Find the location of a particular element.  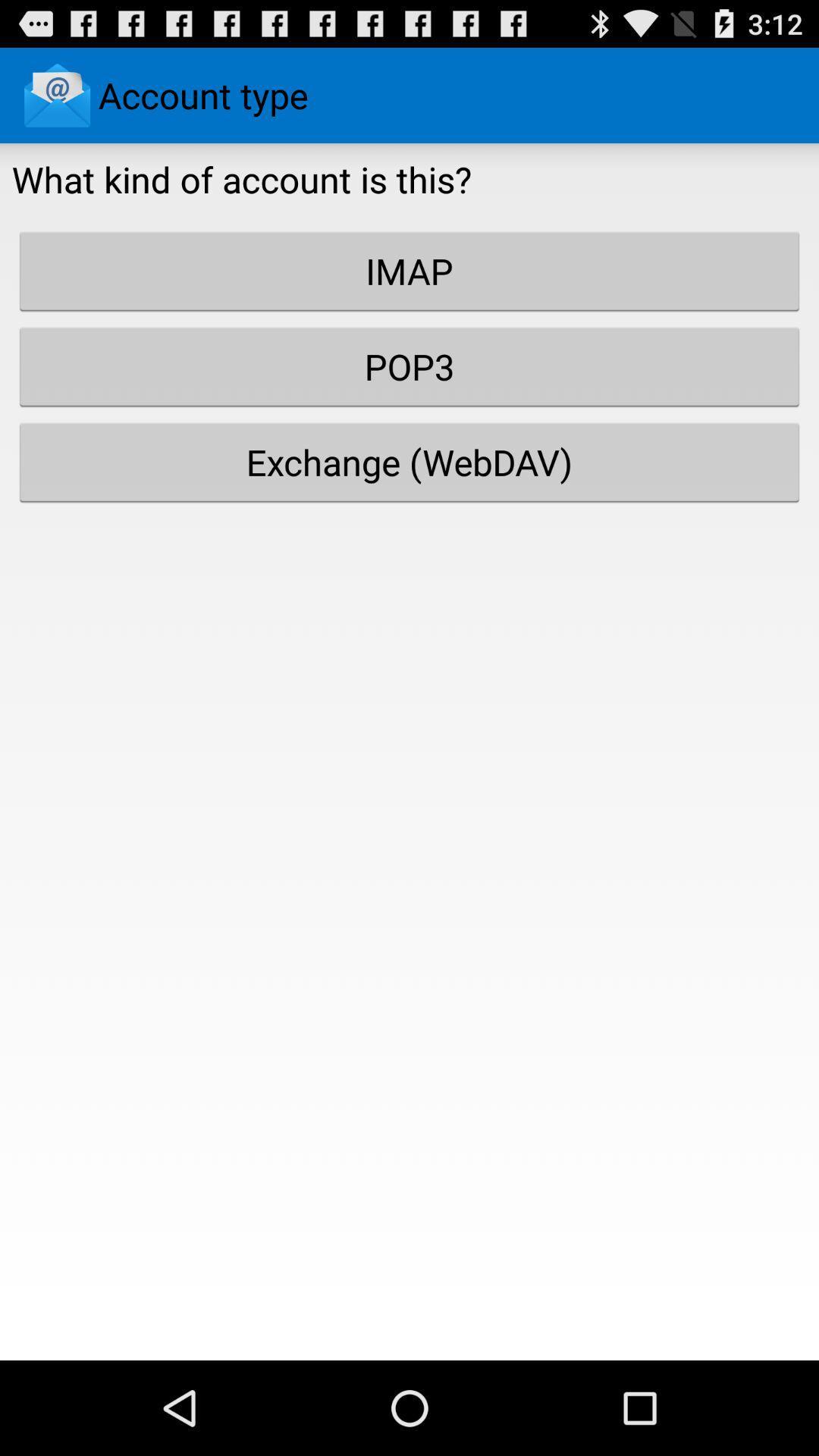

the button above exchange (webdav) item is located at coordinates (409, 366).